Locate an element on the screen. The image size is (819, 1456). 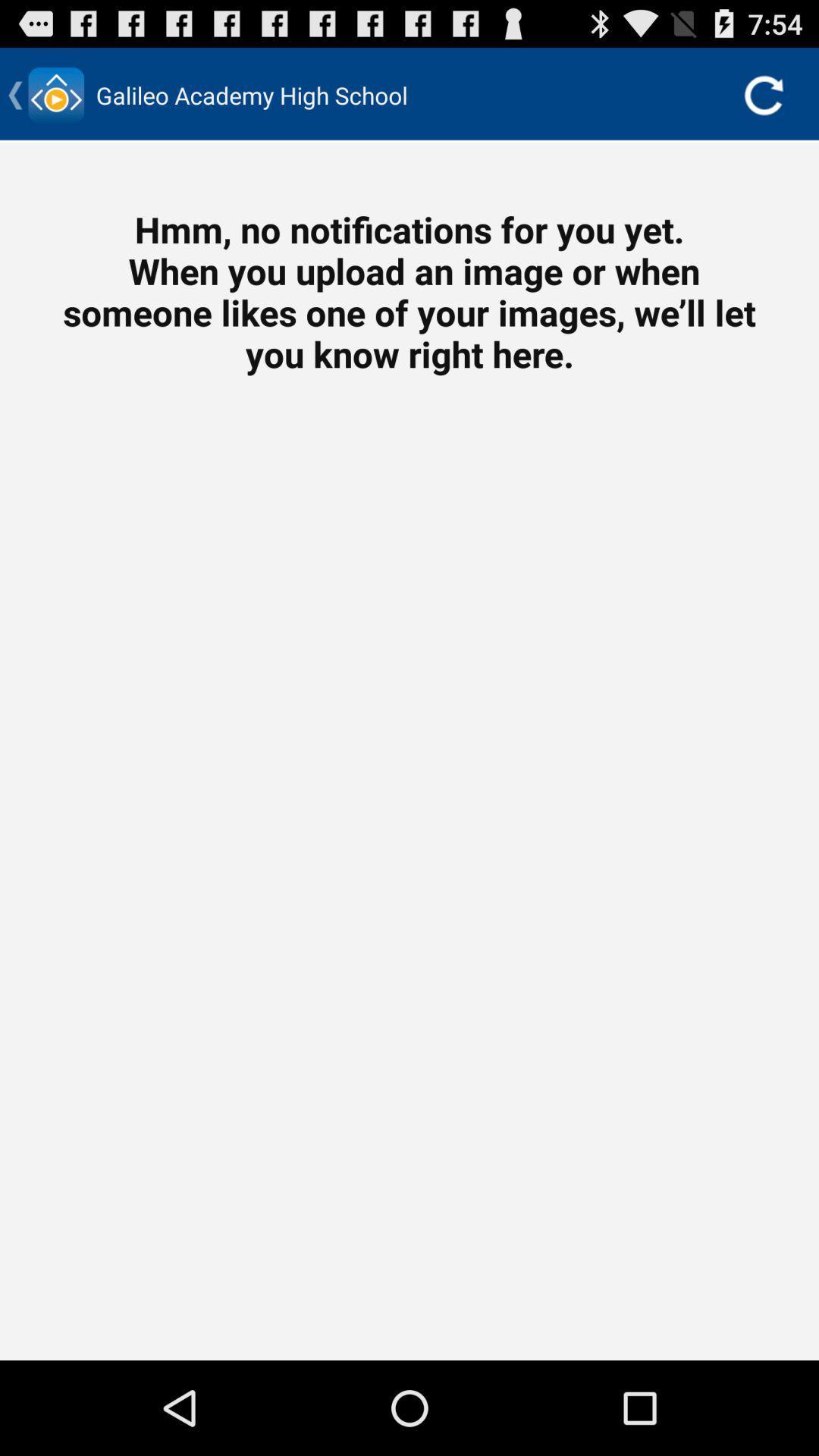
the icon to the right of galileo academy high is located at coordinates (763, 94).